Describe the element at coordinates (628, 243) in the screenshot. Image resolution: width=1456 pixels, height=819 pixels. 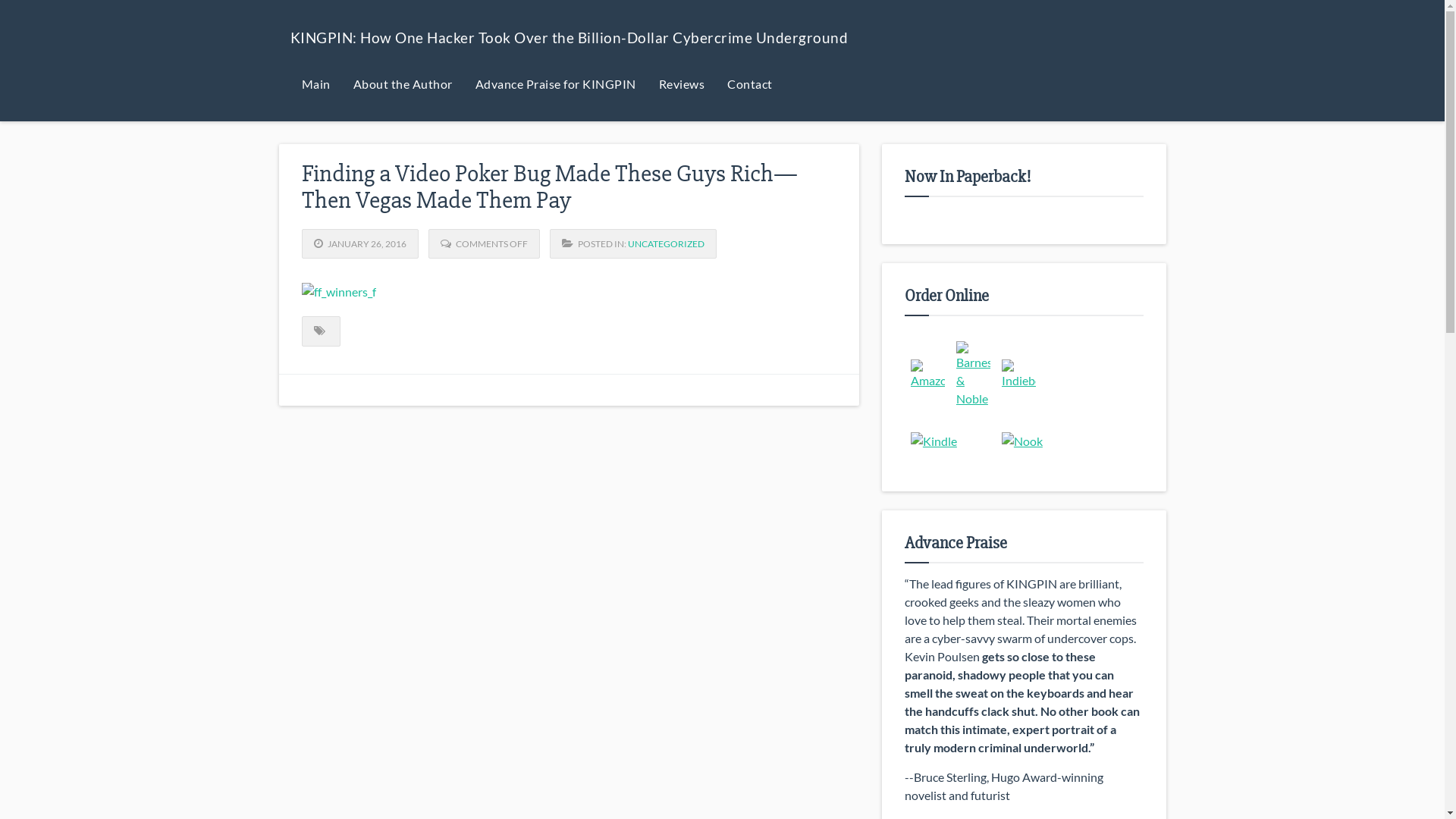
I see `'UNCATEGORIZED'` at that location.